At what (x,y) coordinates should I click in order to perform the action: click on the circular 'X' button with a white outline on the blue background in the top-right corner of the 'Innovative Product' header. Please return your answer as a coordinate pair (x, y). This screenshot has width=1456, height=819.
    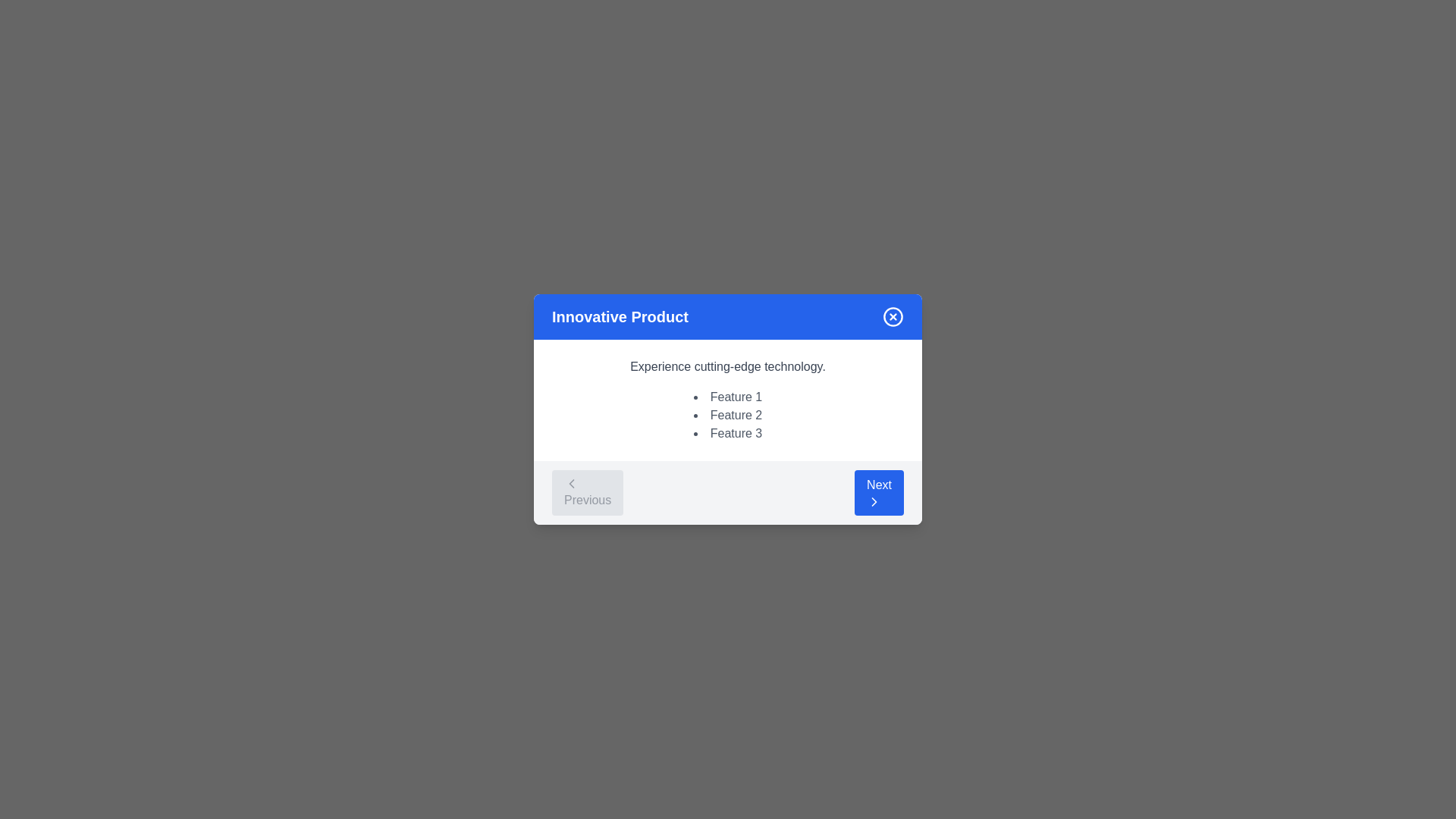
    Looking at the image, I should click on (893, 315).